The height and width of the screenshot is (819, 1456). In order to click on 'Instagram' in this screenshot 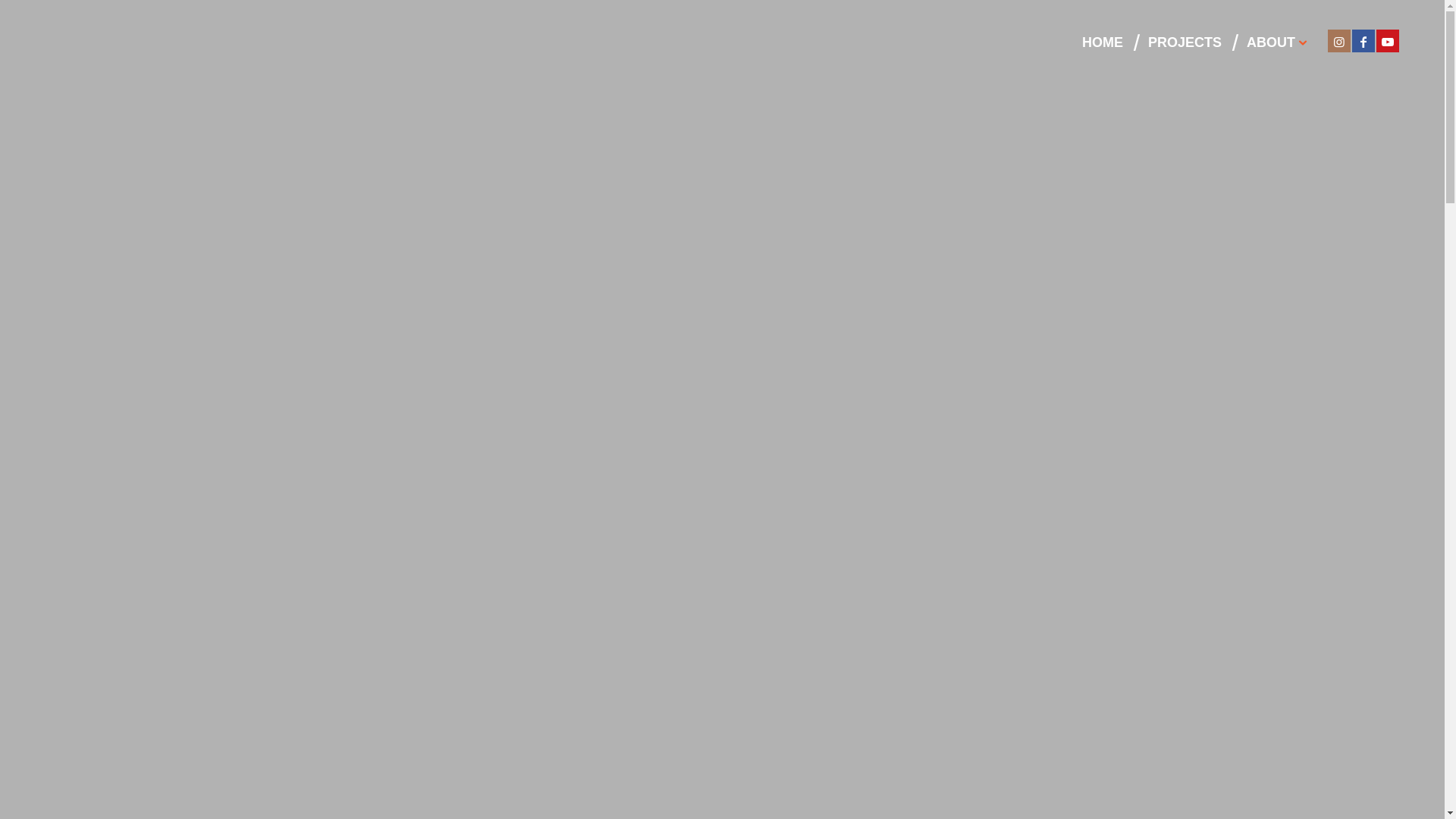, I will do `click(1339, 40)`.